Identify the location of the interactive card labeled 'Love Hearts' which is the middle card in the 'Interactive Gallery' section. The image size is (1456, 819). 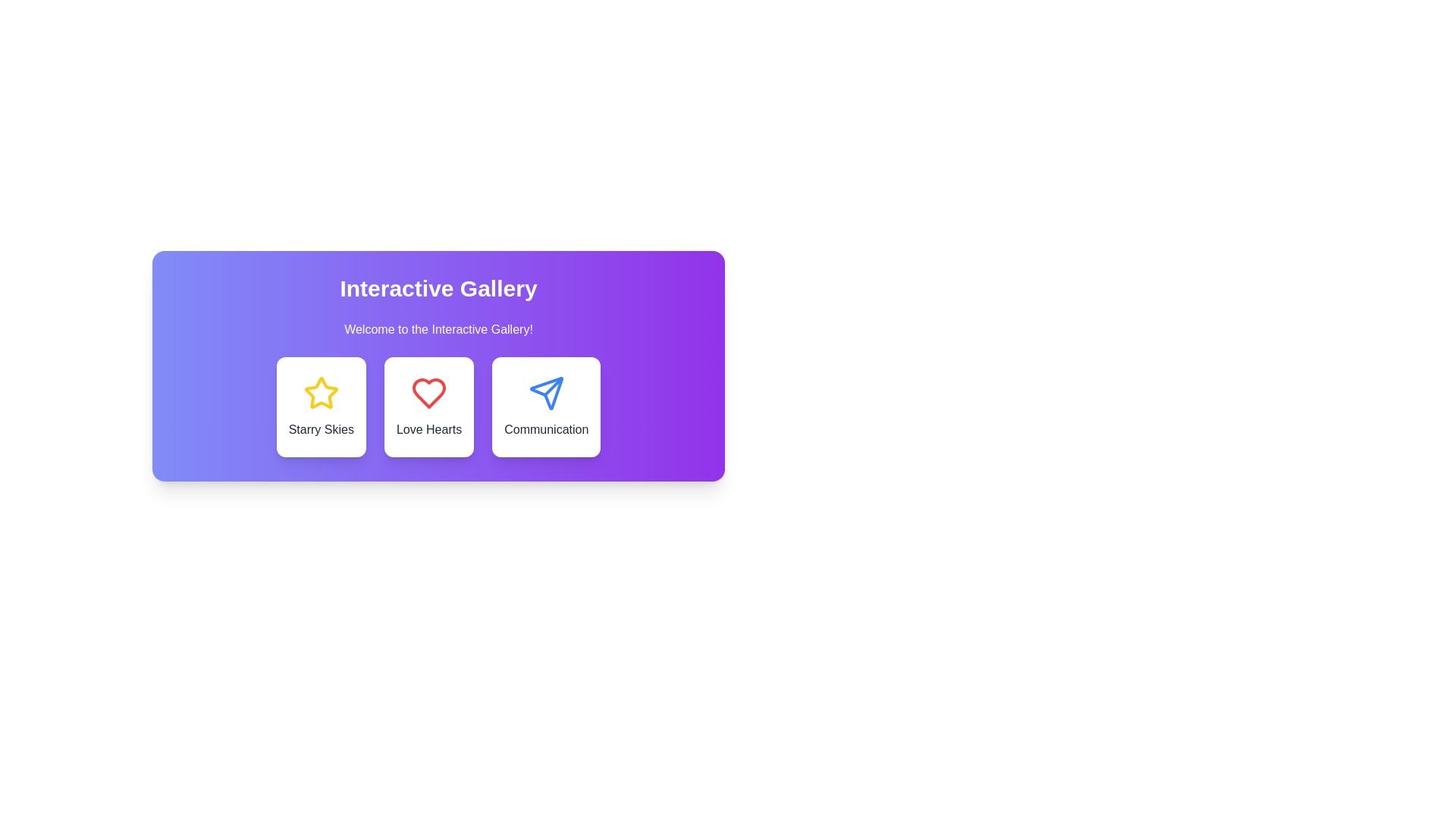
(428, 406).